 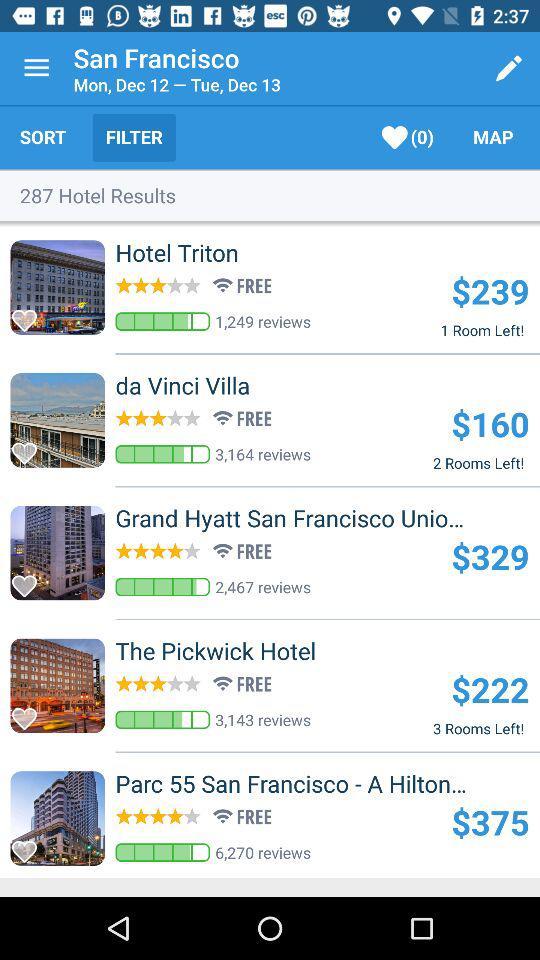 What do you see at coordinates (489, 289) in the screenshot?
I see `icon above 1 room left! icon` at bounding box center [489, 289].